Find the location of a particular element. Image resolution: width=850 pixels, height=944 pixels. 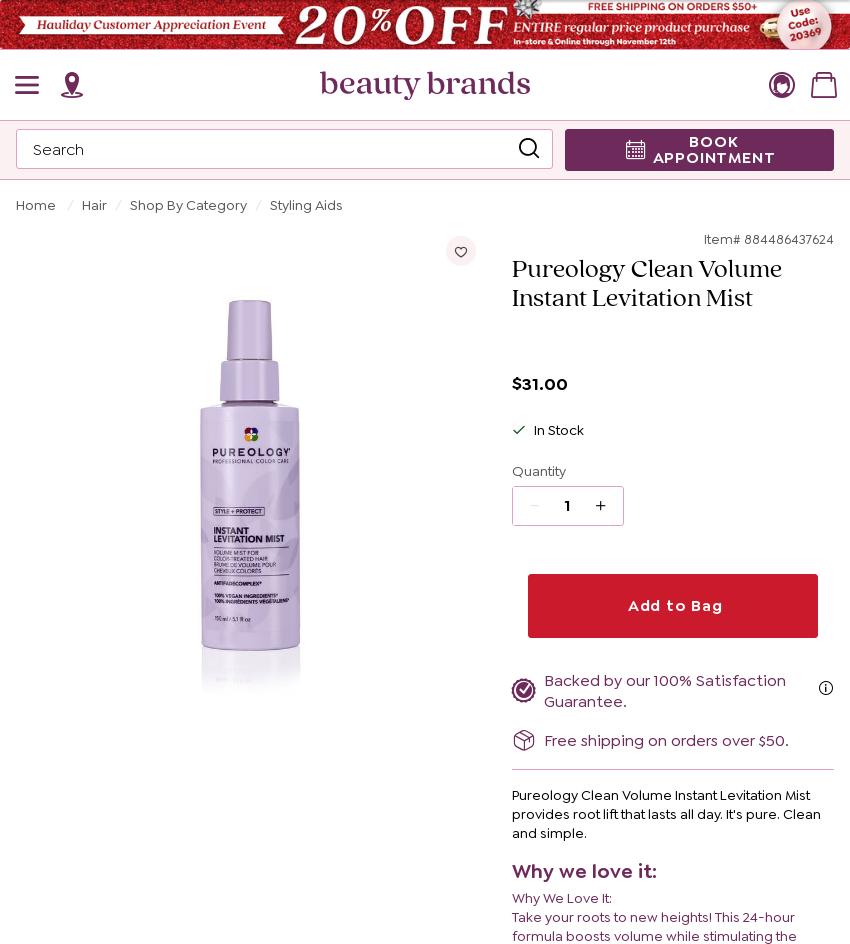

'Why We Love It:' is located at coordinates (510, 897).